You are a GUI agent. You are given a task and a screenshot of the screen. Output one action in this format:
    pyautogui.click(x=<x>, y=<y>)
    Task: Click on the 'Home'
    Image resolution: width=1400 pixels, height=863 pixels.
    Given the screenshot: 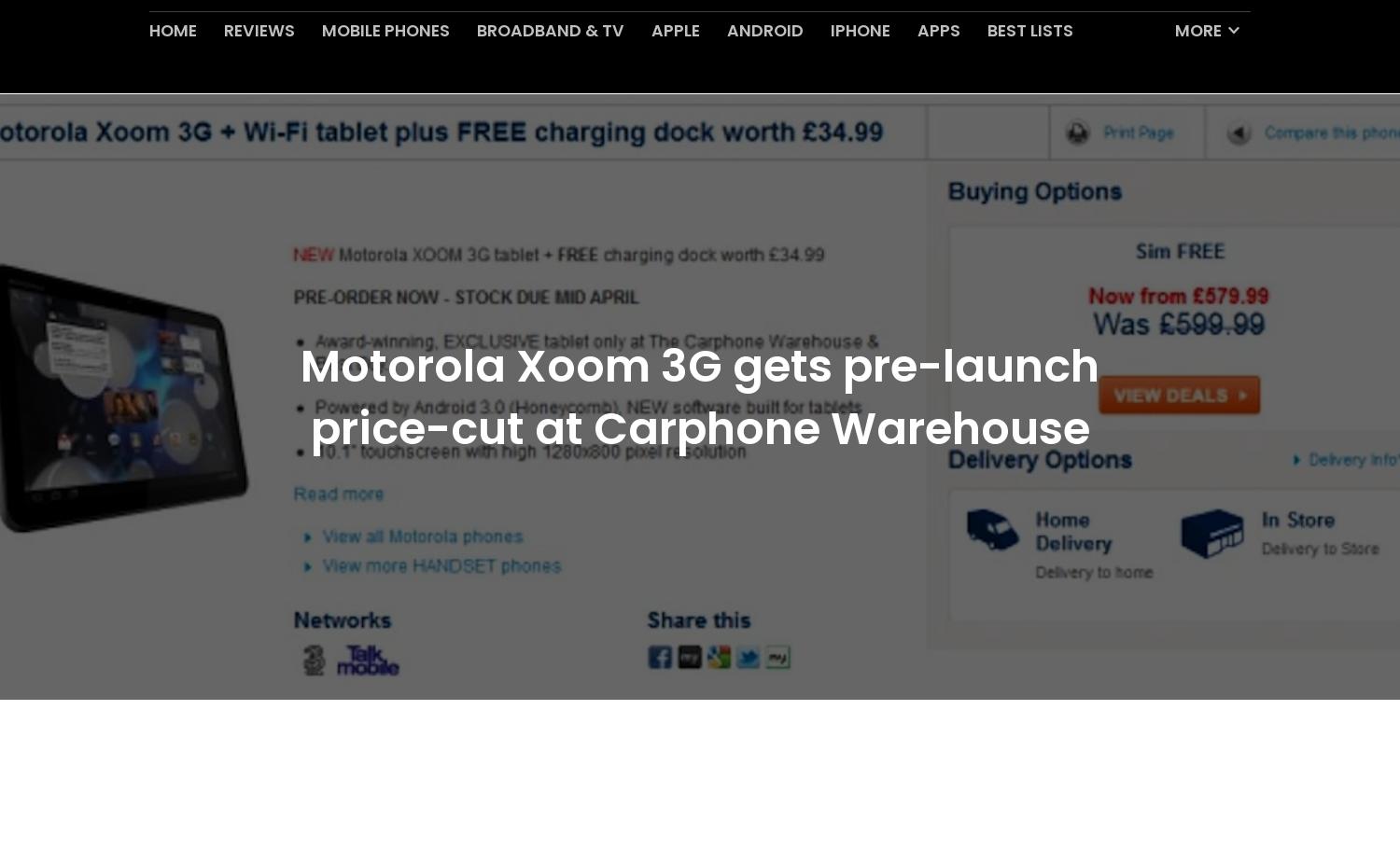 What is the action you would take?
    pyautogui.click(x=173, y=74)
    